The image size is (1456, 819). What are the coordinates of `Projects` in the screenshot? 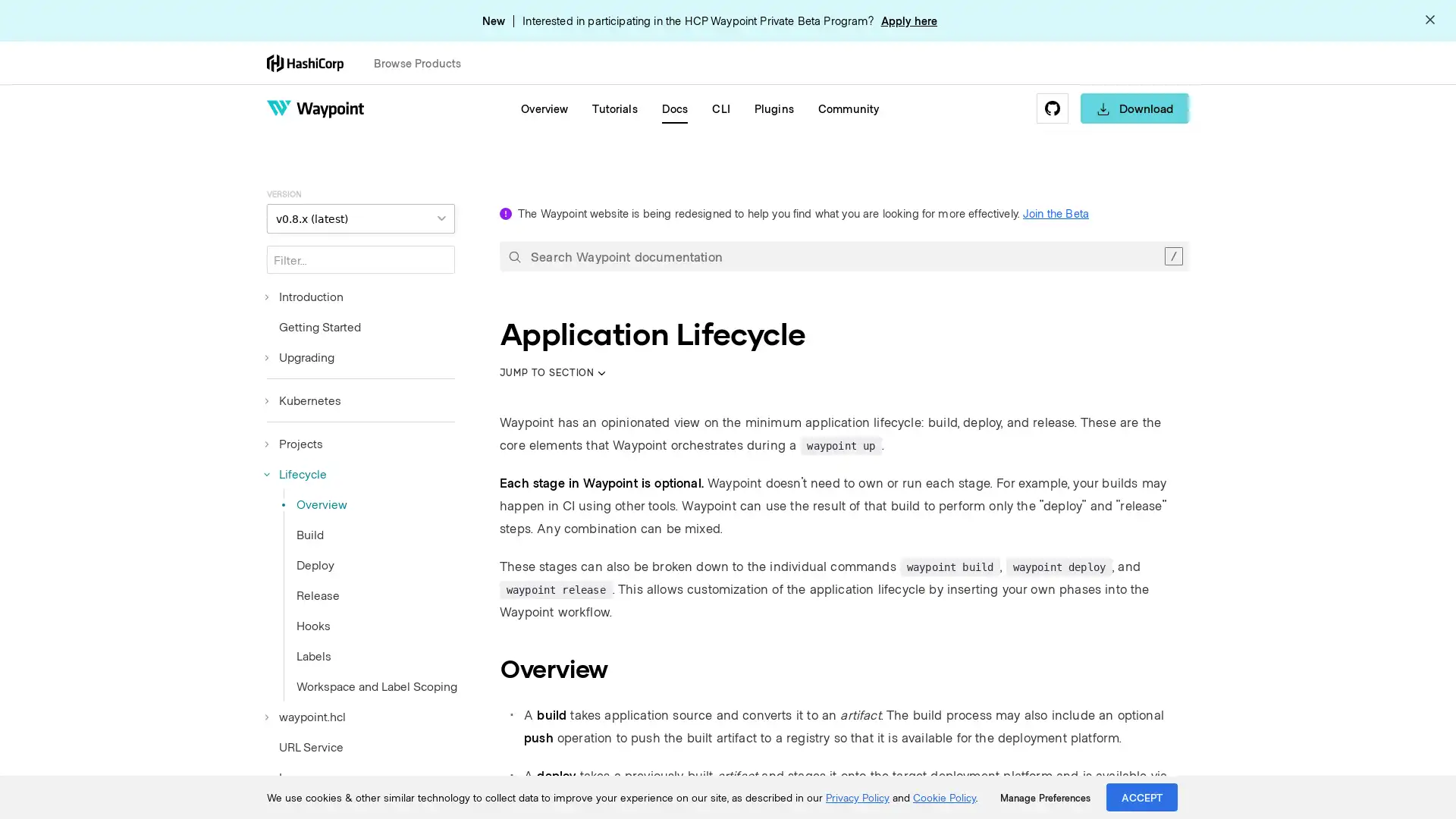 It's located at (294, 444).